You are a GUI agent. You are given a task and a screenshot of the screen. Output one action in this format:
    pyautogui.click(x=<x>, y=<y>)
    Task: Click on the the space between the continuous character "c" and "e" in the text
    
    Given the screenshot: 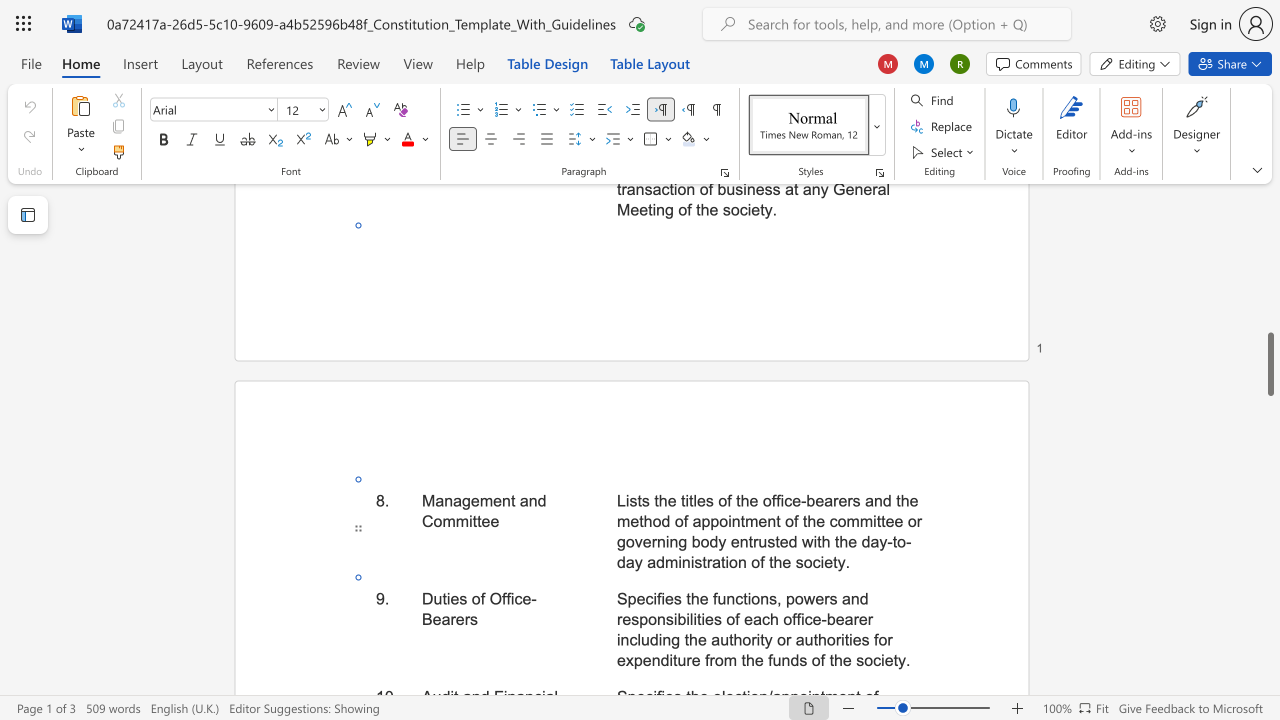 What is the action you would take?
    pyautogui.click(x=522, y=597)
    